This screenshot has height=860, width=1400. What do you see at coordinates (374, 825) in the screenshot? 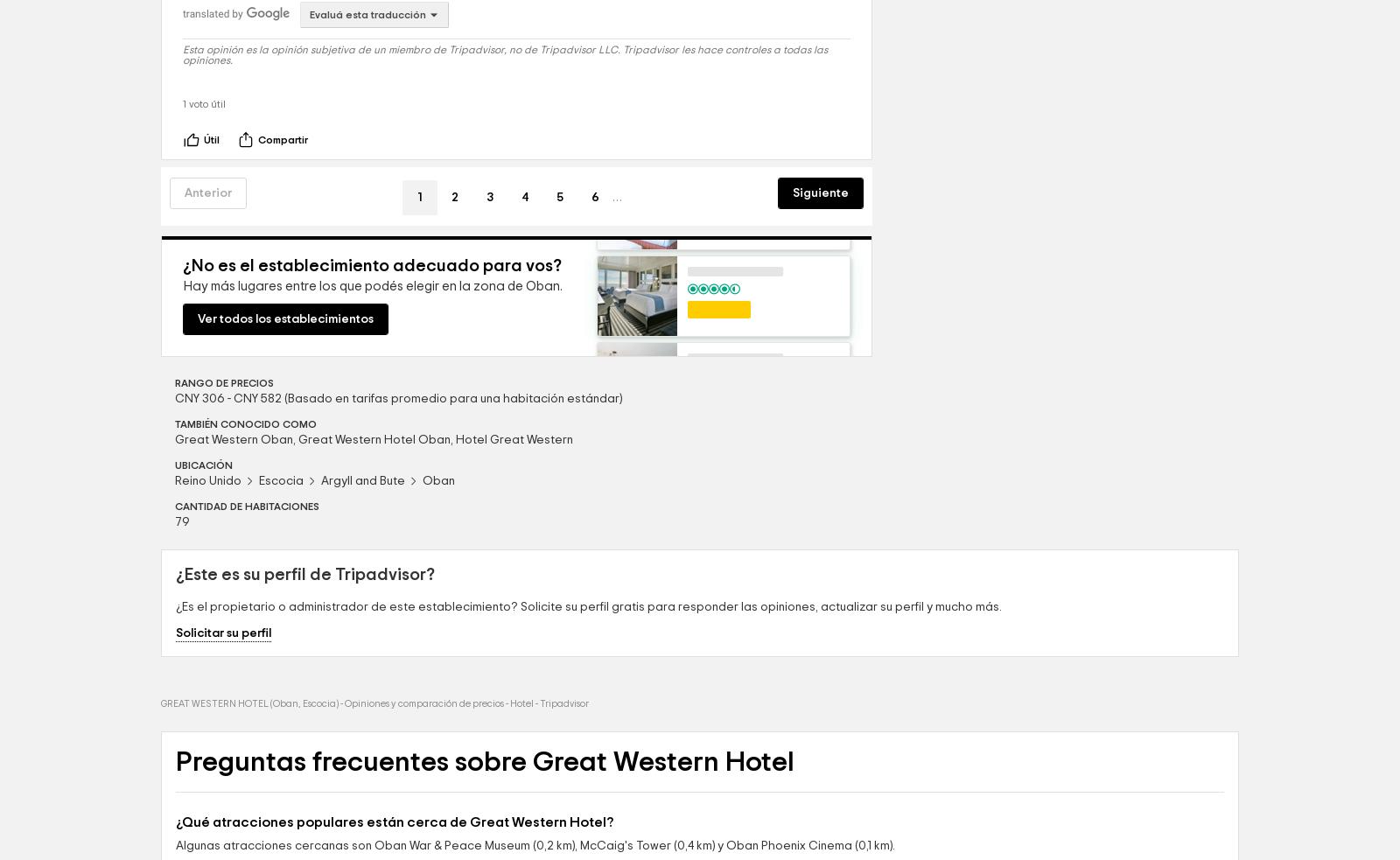
I see `'GREAT WESTERN HOTEL (Oban, Escocia) - Opiniones y comparación de precios - Hotel - Tripadvisor'` at bounding box center [374, 825].